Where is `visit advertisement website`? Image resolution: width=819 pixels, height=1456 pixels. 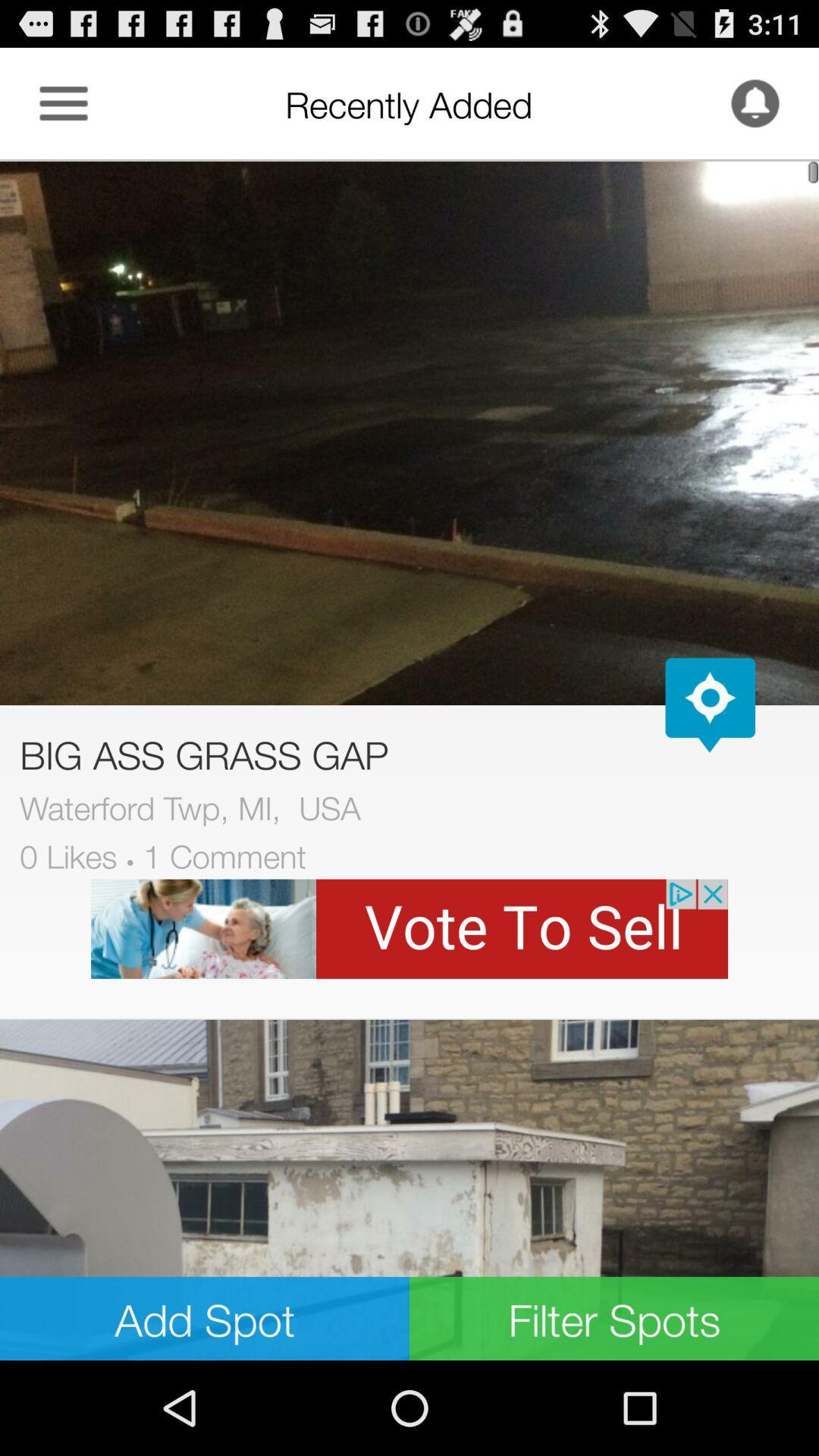
visit advertisement website is located at coordinates (409, 928).